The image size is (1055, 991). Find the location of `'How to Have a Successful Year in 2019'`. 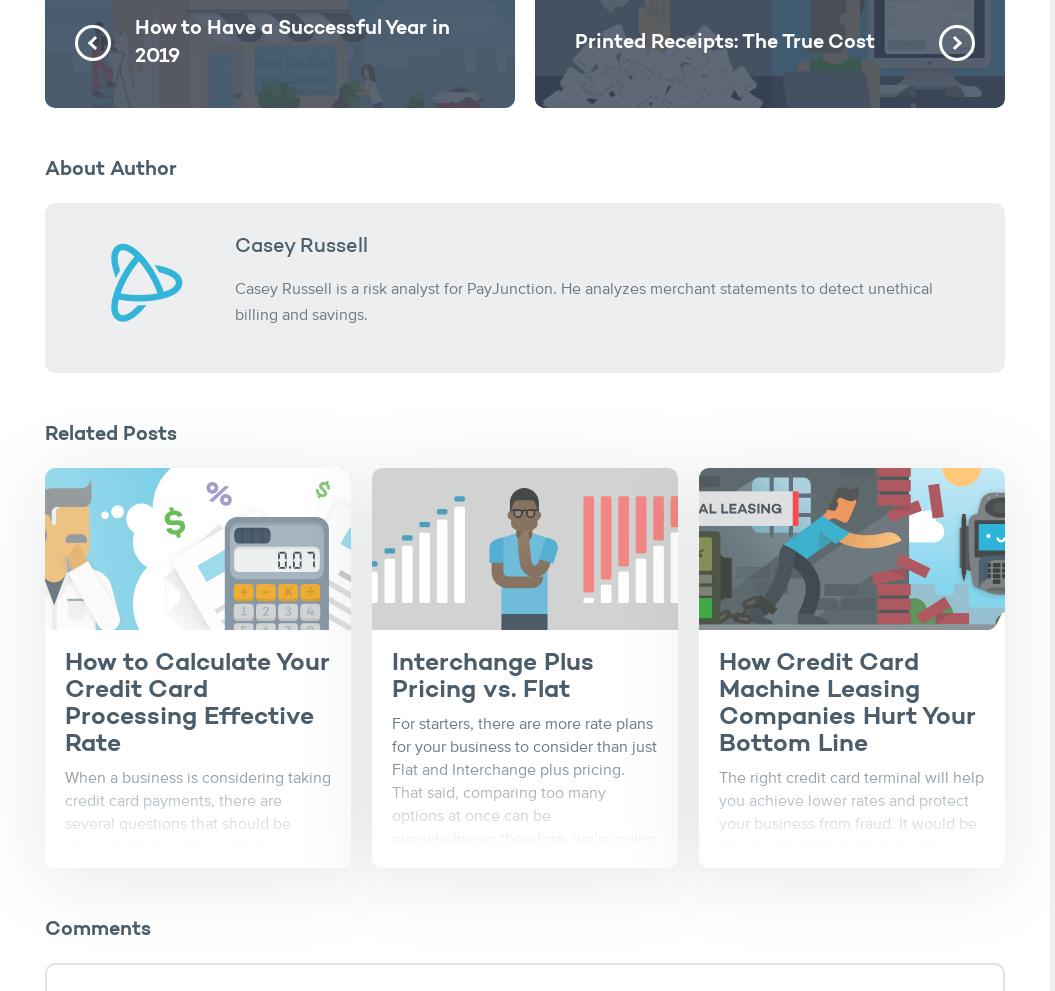

'How to Have a Successful Year in 2019' is located at coordinates (292, 42).